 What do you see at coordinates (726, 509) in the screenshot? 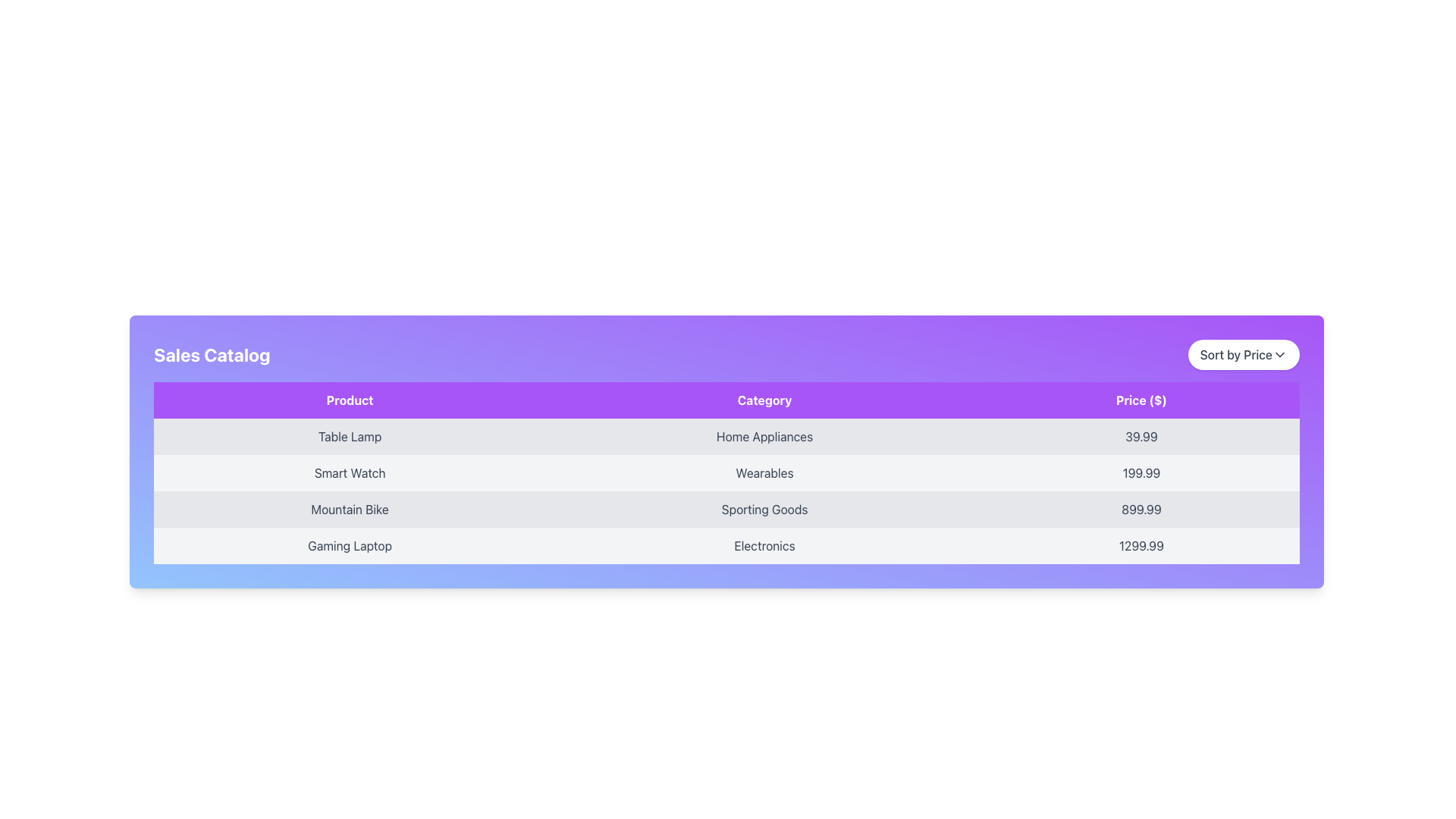
I see `the third row in the product catalog table, which displays 'Mountain Bike' under 'Product', 'Sporting Goods' under 'Category', and '899.99' under 'Price ($)'` at bounding box center [726, 509].